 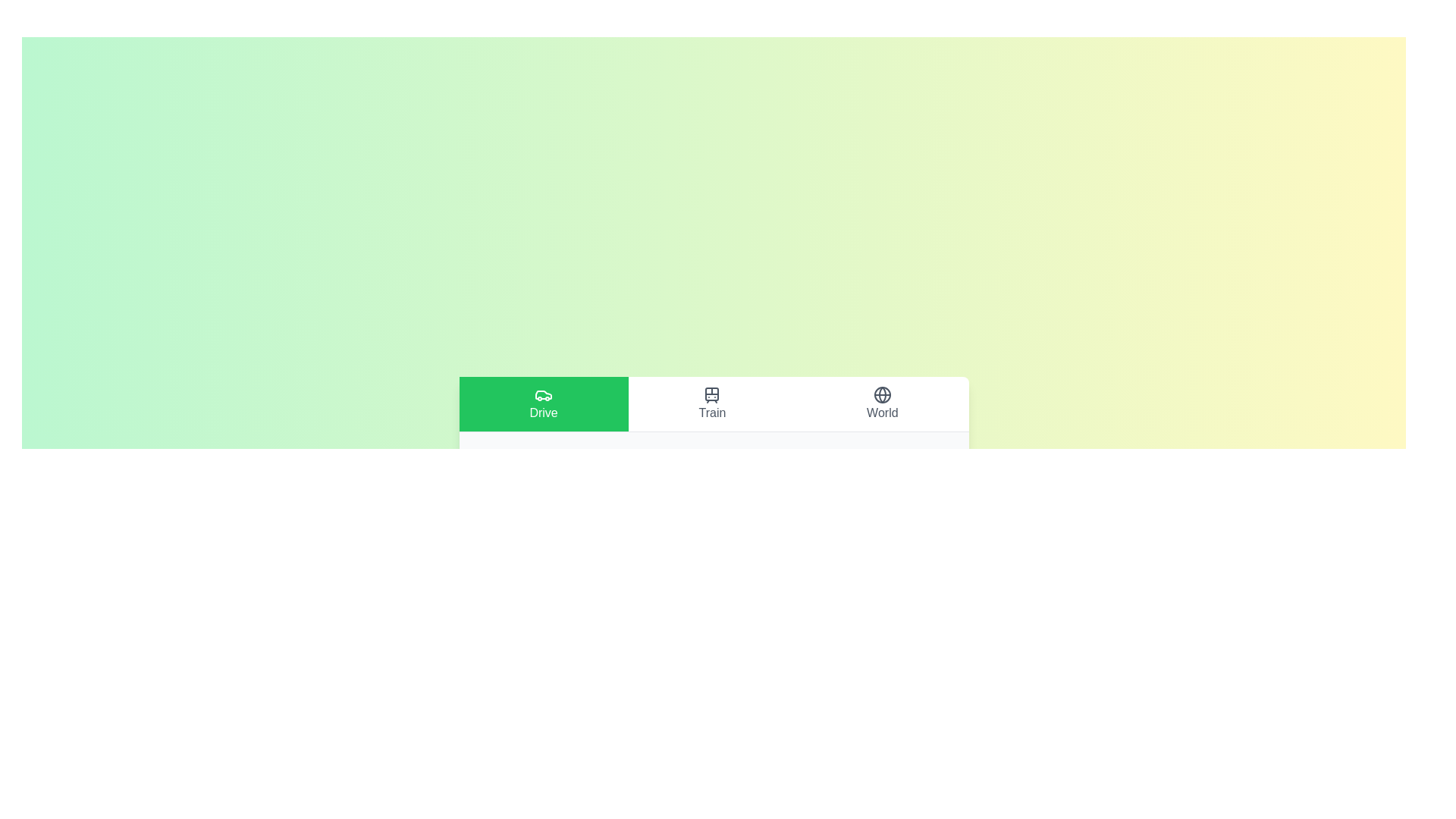 I want to click on the tab labeled World, so click(x=882, y=403).